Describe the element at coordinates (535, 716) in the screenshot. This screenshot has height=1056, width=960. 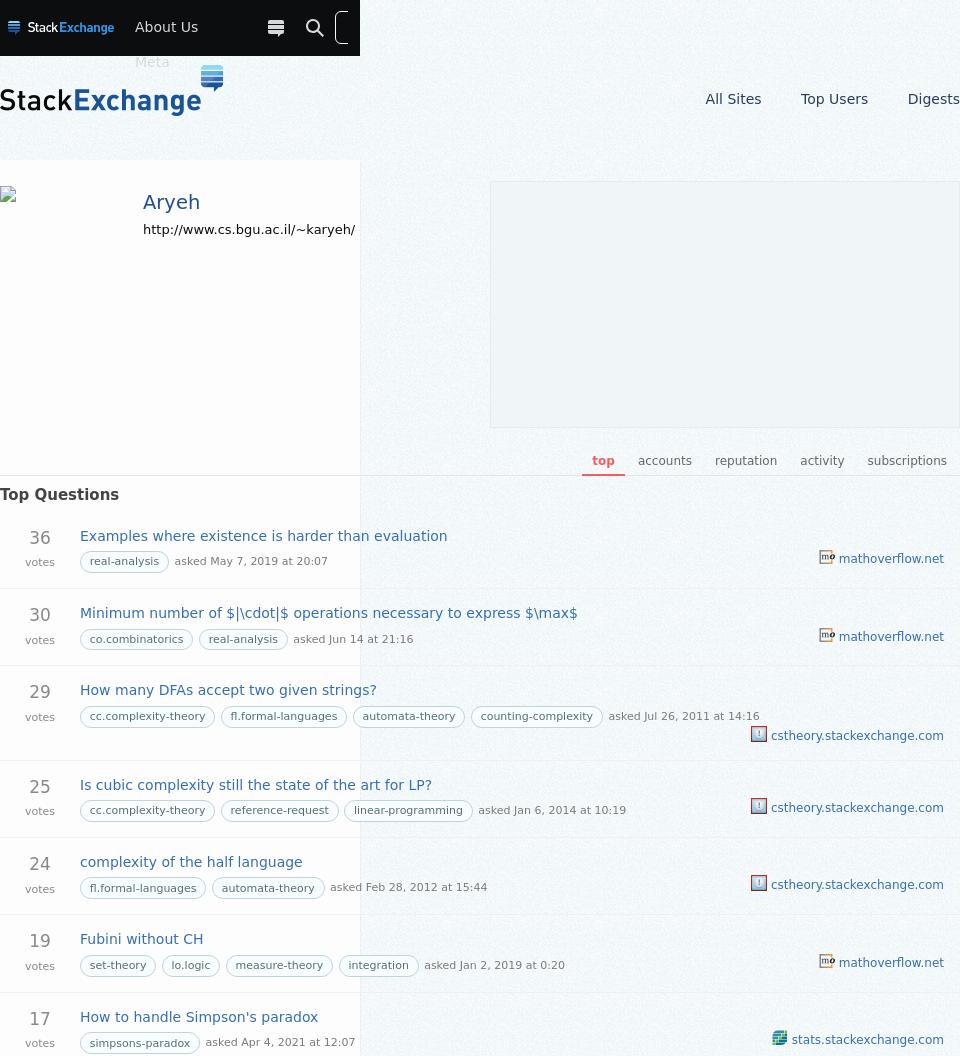
I see `'counting-complexity'` at that location.